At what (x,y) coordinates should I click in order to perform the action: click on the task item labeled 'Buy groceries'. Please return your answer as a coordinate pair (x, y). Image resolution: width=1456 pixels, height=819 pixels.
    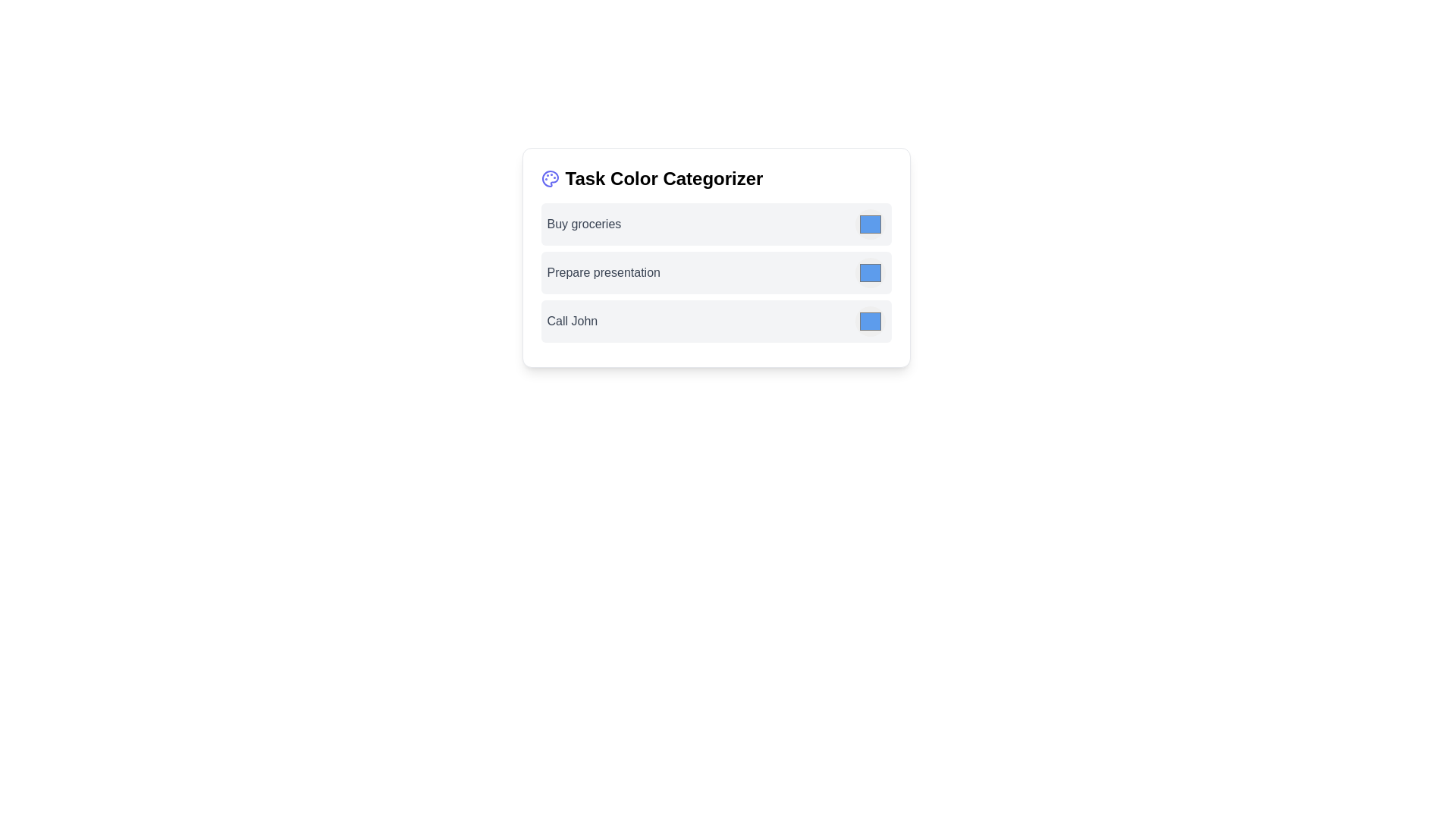
    Looking at the image, I should click on (715, 224).